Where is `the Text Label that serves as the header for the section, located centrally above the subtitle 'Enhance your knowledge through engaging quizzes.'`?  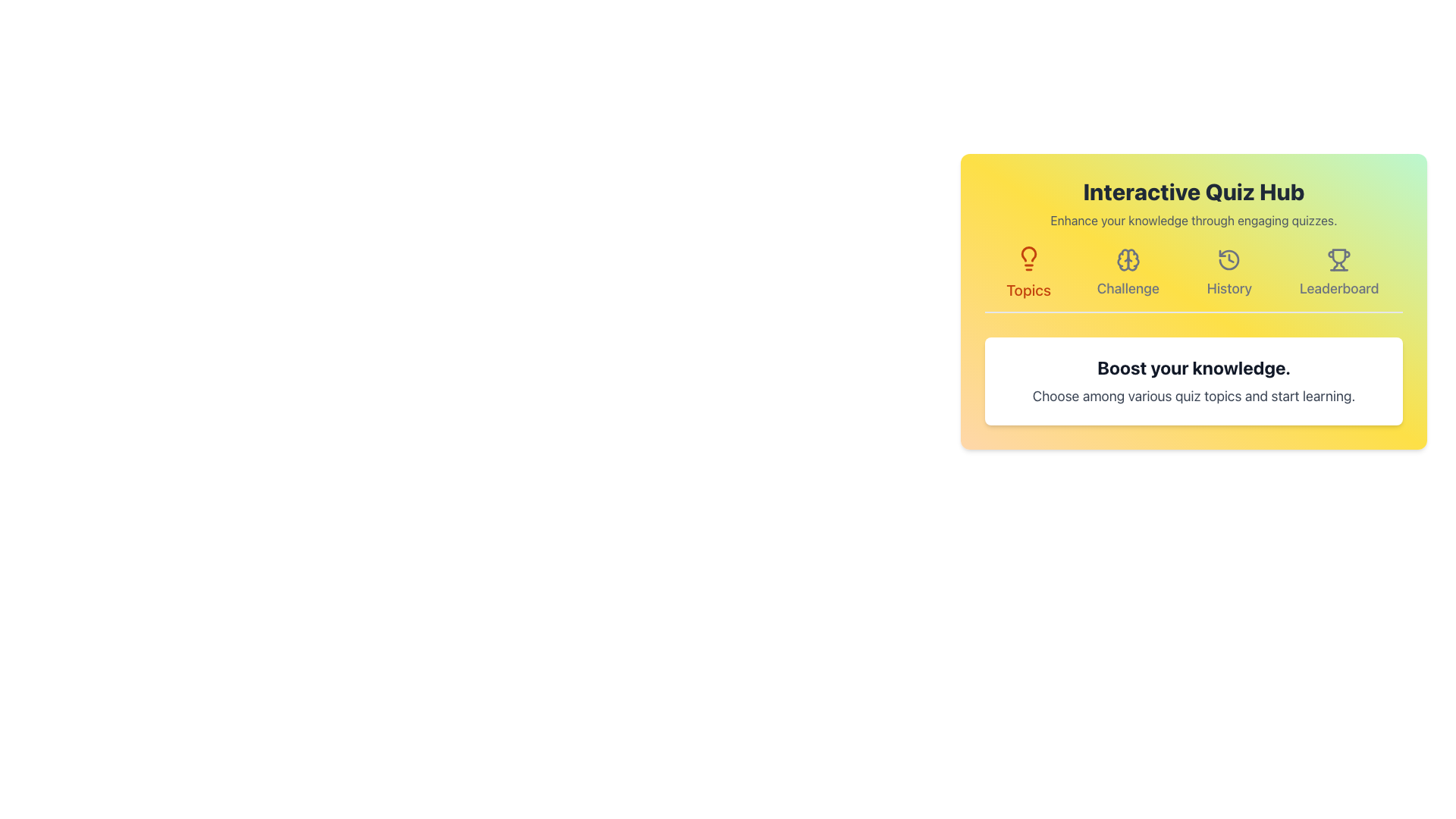 the Text Label that serves as the header for the section, located centrally above the subtitle 'Enhance your knowledge through engaging quizzes.' is located at coordinates (1193, 191).